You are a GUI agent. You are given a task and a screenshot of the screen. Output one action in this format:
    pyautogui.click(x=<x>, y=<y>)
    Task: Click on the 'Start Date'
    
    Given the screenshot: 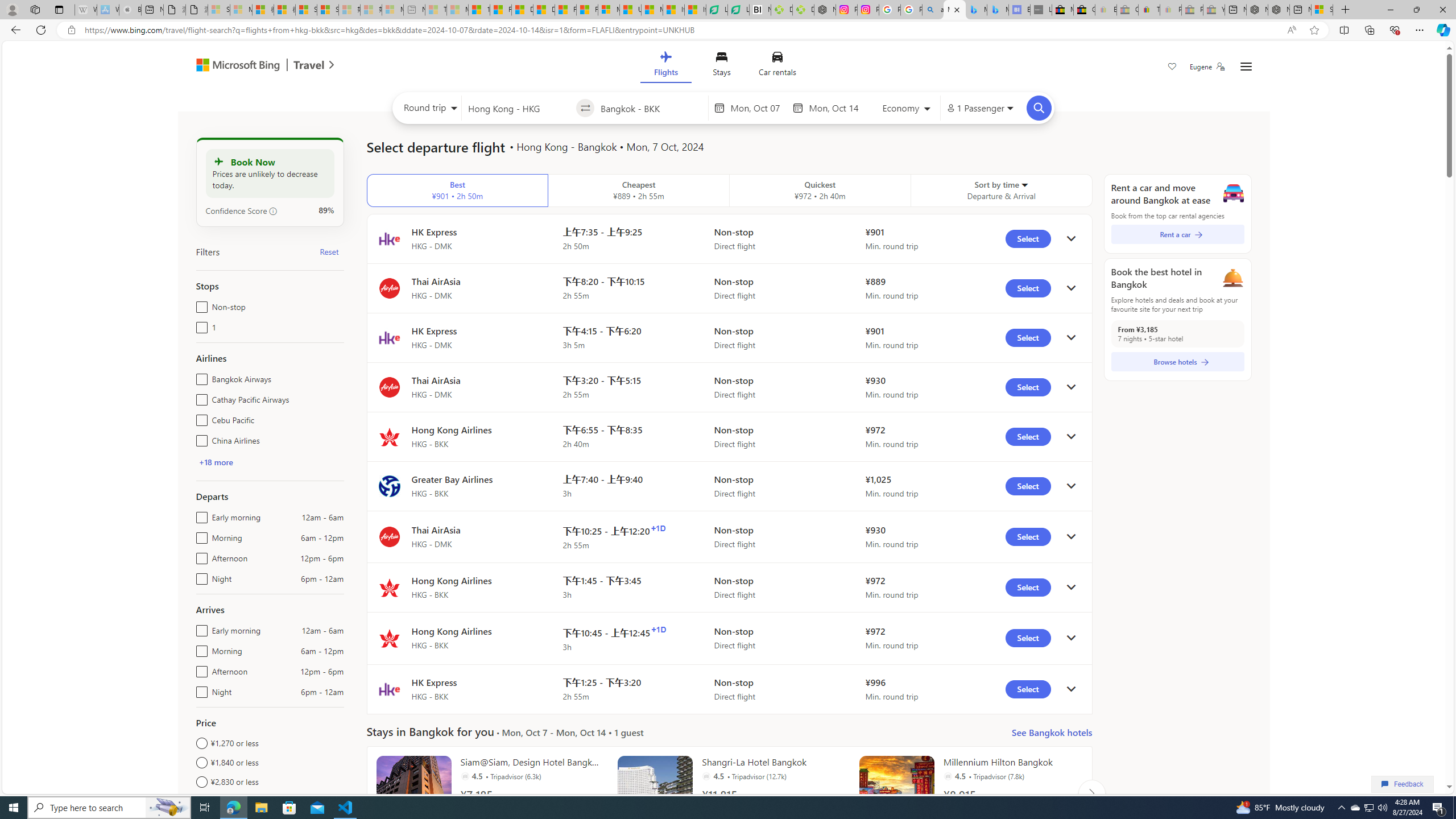 What is the action you would take?
    pyautogui.click(x=758, y=107)
    